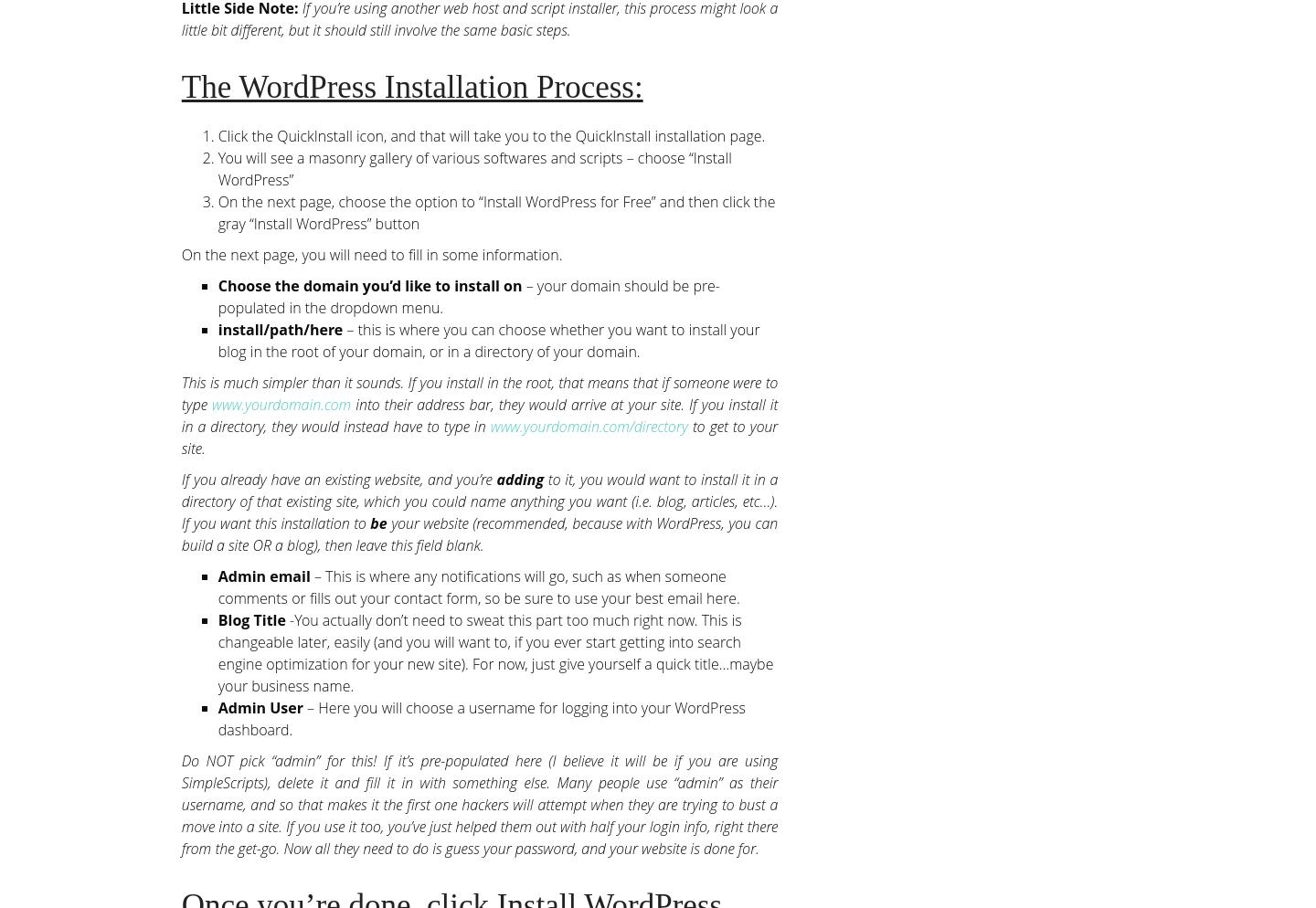 Image resolution: width=1316 pixels, height=908 pixels. Describe the element at coordinates (181, 533) in the screenshot. I see `'your website (recommended, because with WordPress, you can build a site OR a blog), then leave this field blank.'` at that location.